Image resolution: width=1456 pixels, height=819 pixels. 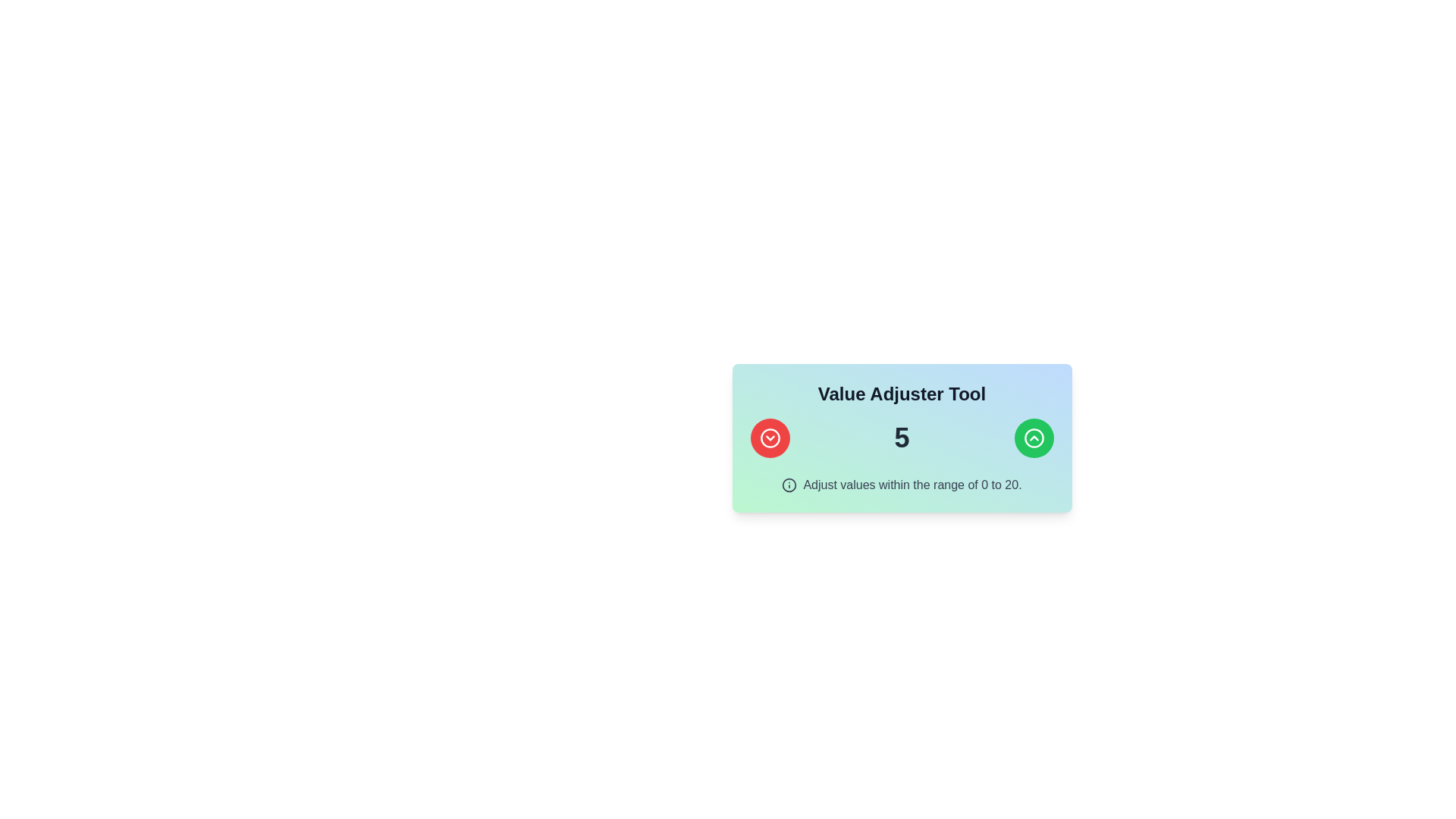 What do you see at coordinates (770, 438) in the screenshot?
I see `the 'Decrease value' icon within the red circular button on the left side of the value adjustment interface` at bounding box center [770, 438].